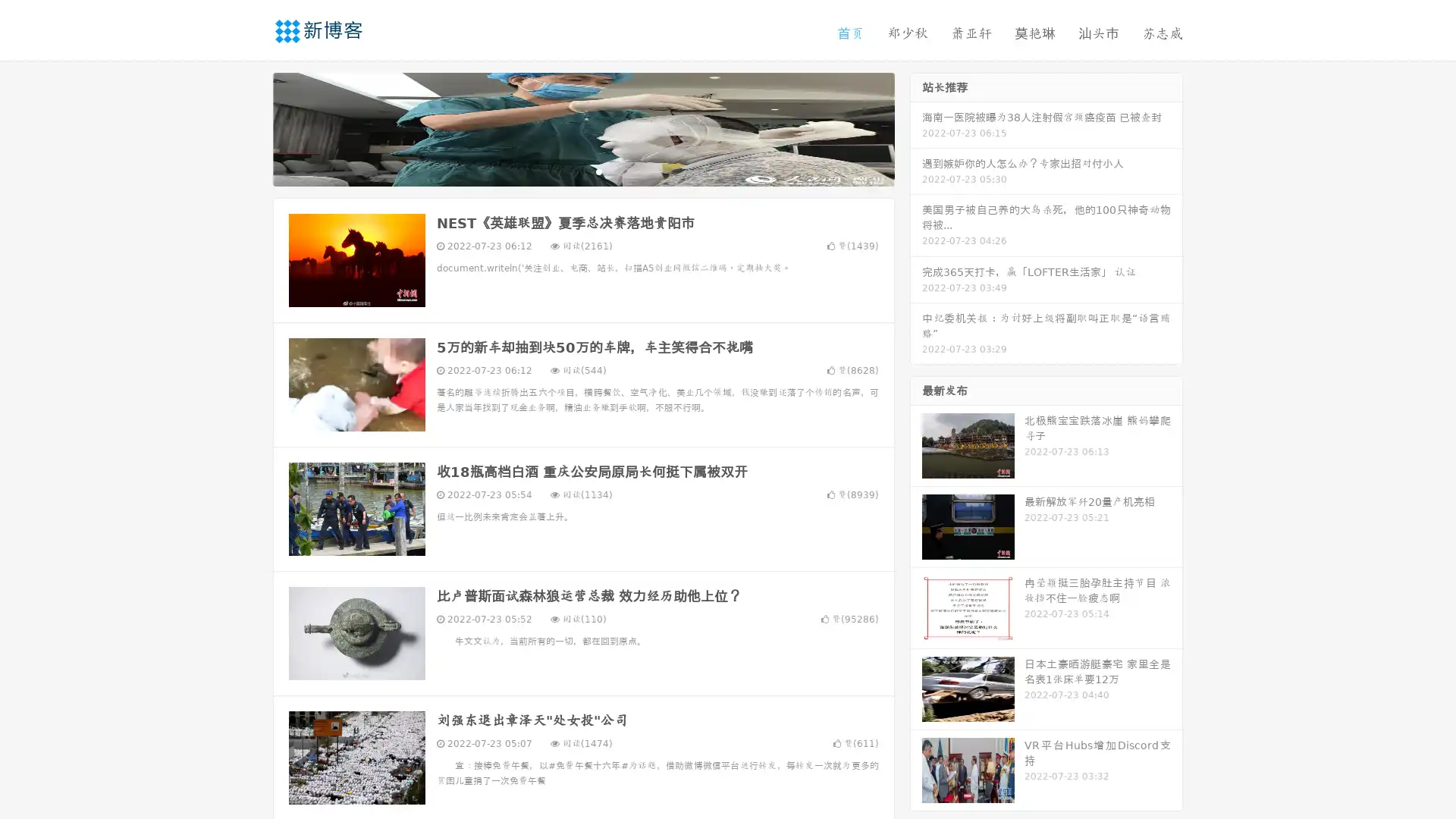  What do you see at coordinates (250, 127) in the screenshot?
I see `Previous slide` at bounding box center [250, 127].